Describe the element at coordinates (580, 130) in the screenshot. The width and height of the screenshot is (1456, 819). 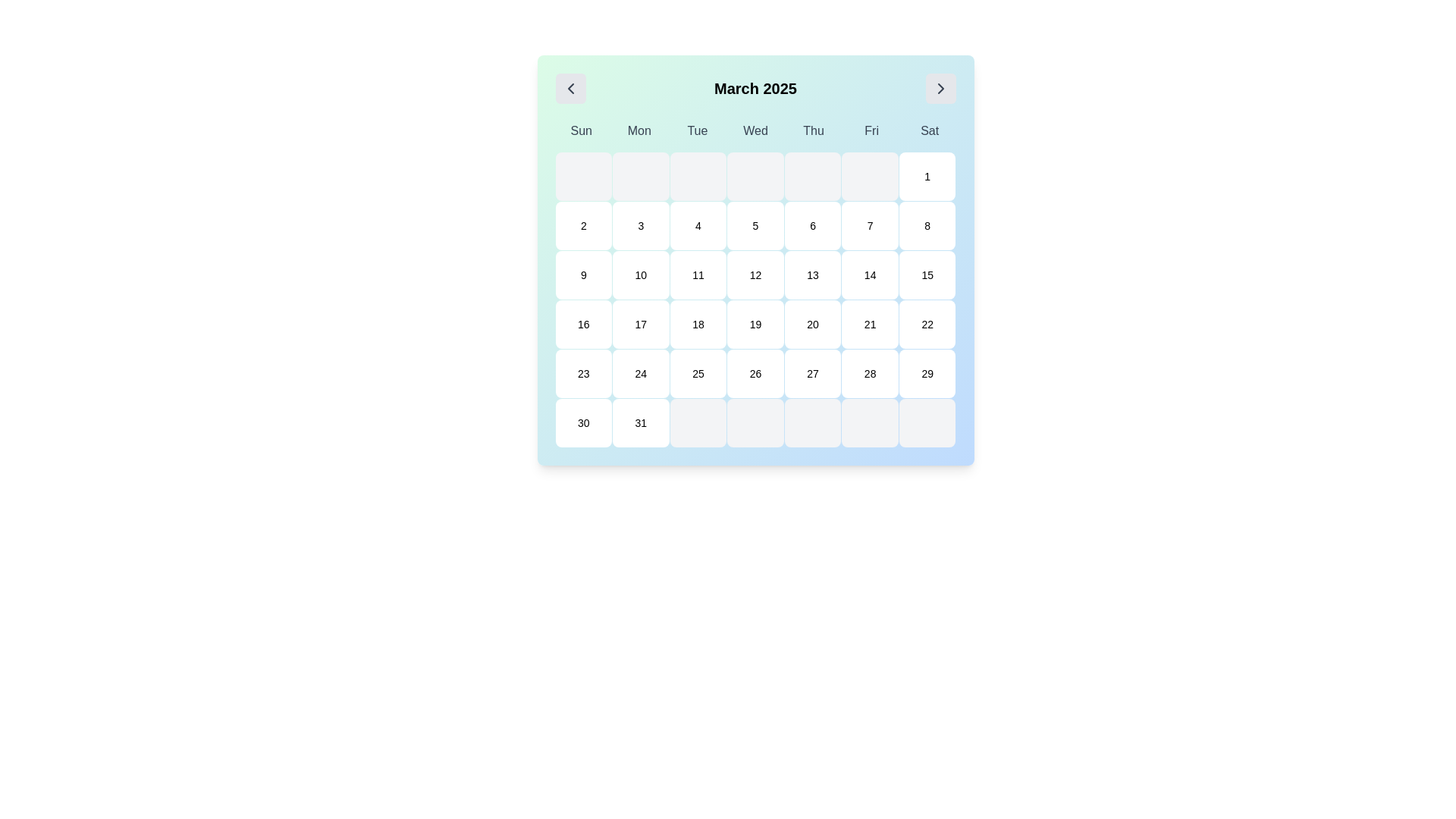
I see `the 'Sun' text label, which is the first element in a grid of week day abbreviations, located at the top-left corner` at that location.